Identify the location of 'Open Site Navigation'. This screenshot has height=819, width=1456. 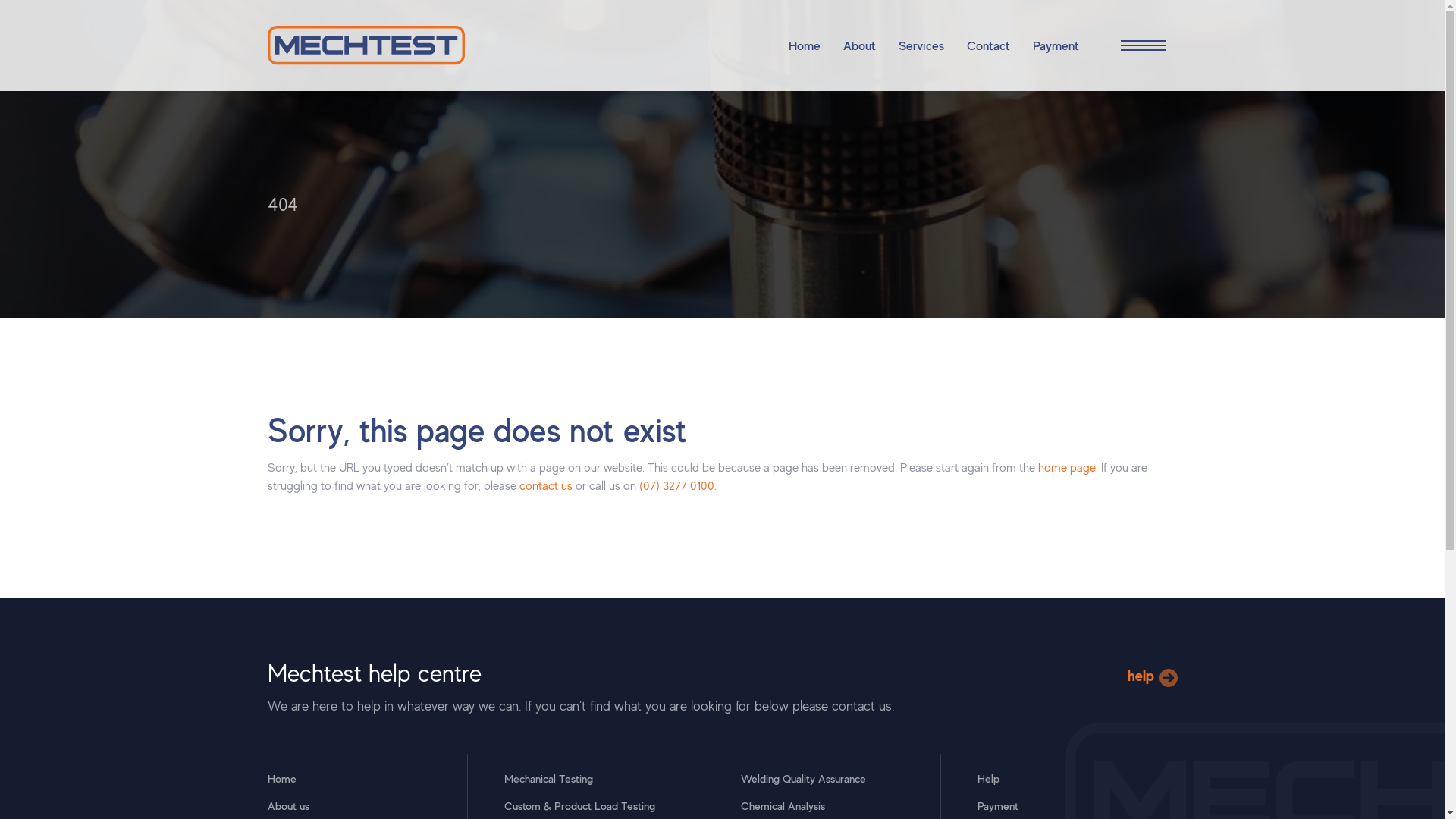
(1139, 45).